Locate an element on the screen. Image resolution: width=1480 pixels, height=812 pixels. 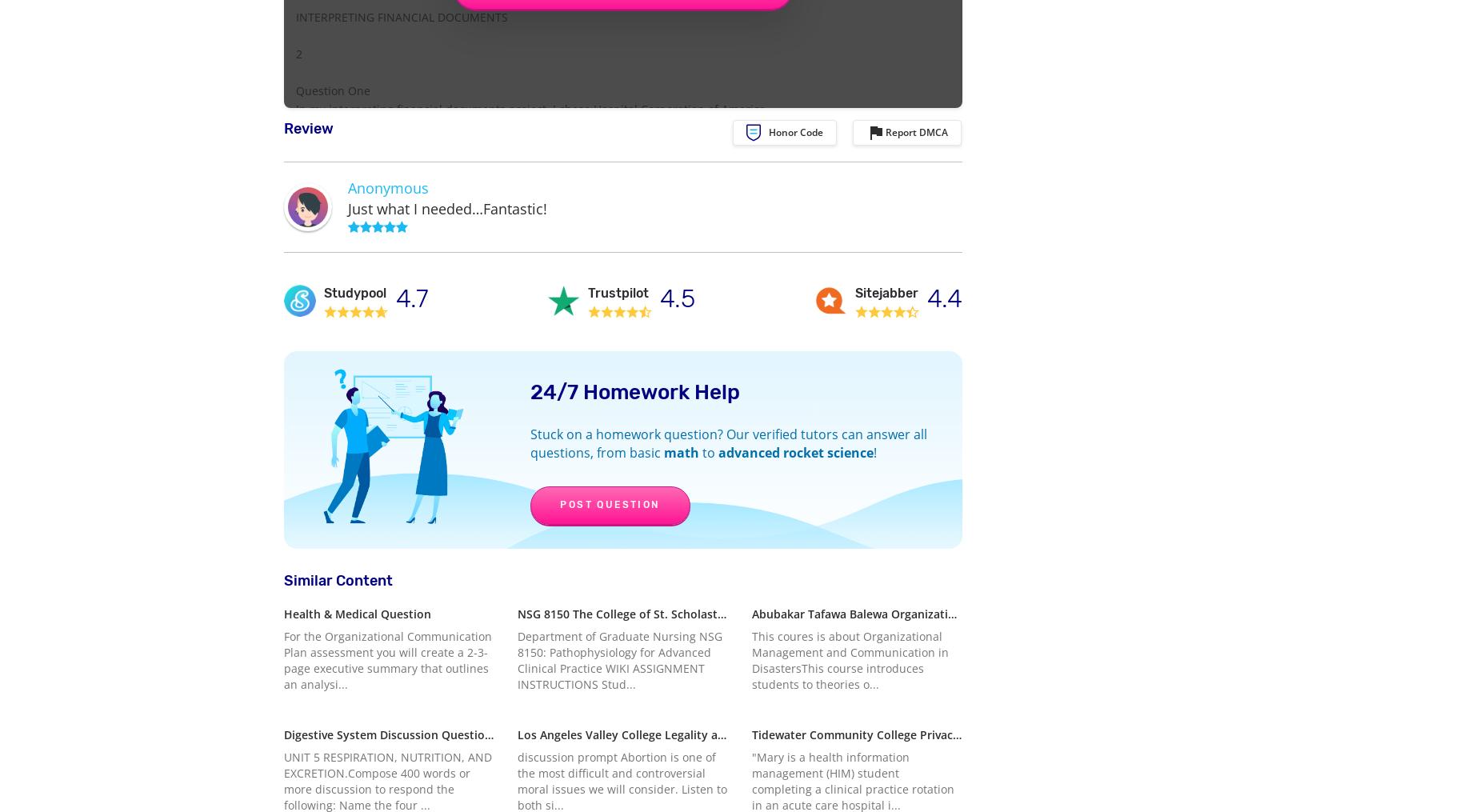
'2' is located at coordinates (298, 53).